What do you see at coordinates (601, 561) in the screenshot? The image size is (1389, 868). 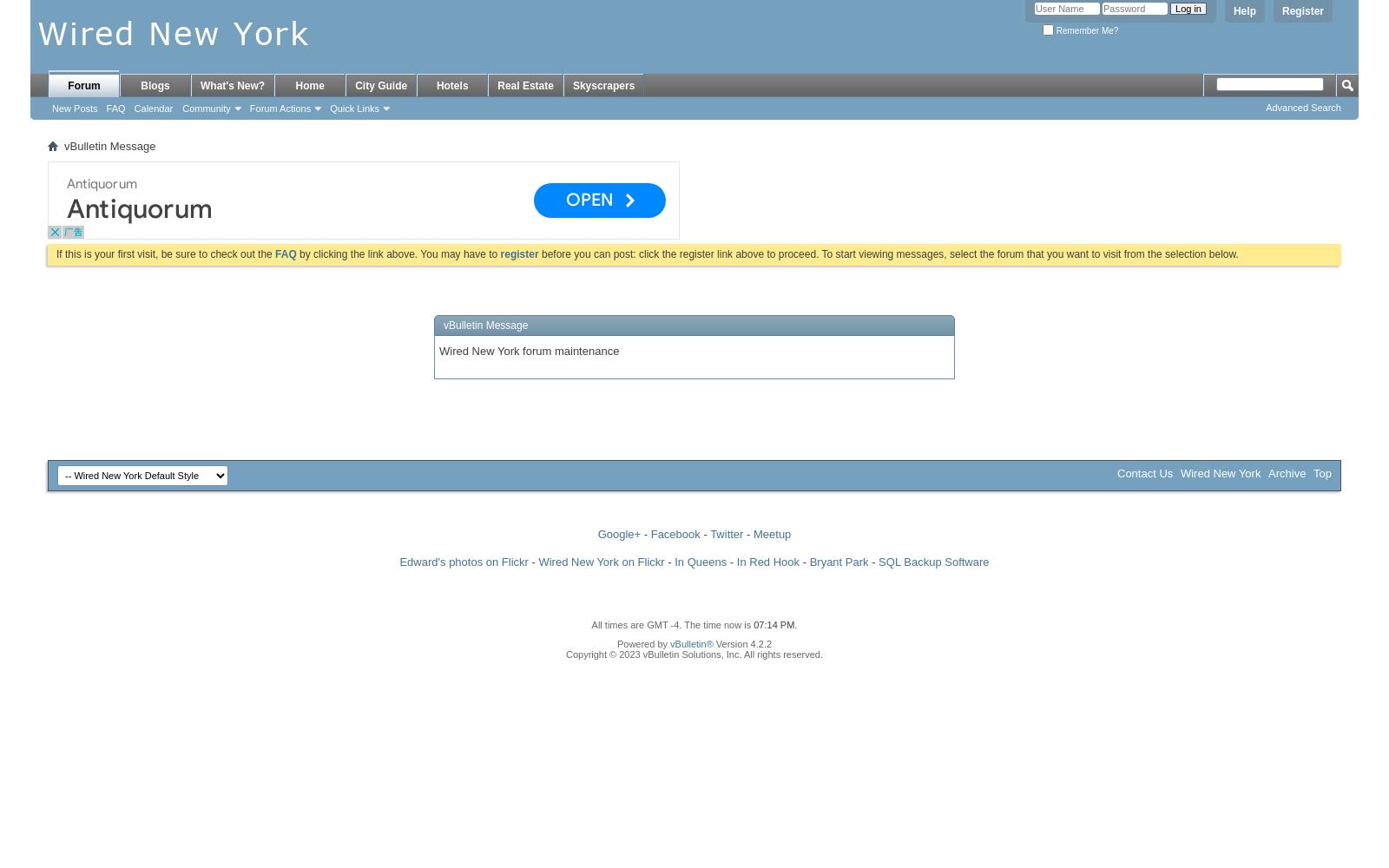 I see `'Wired New York on Flickr'` at bounding box center [601, 561].